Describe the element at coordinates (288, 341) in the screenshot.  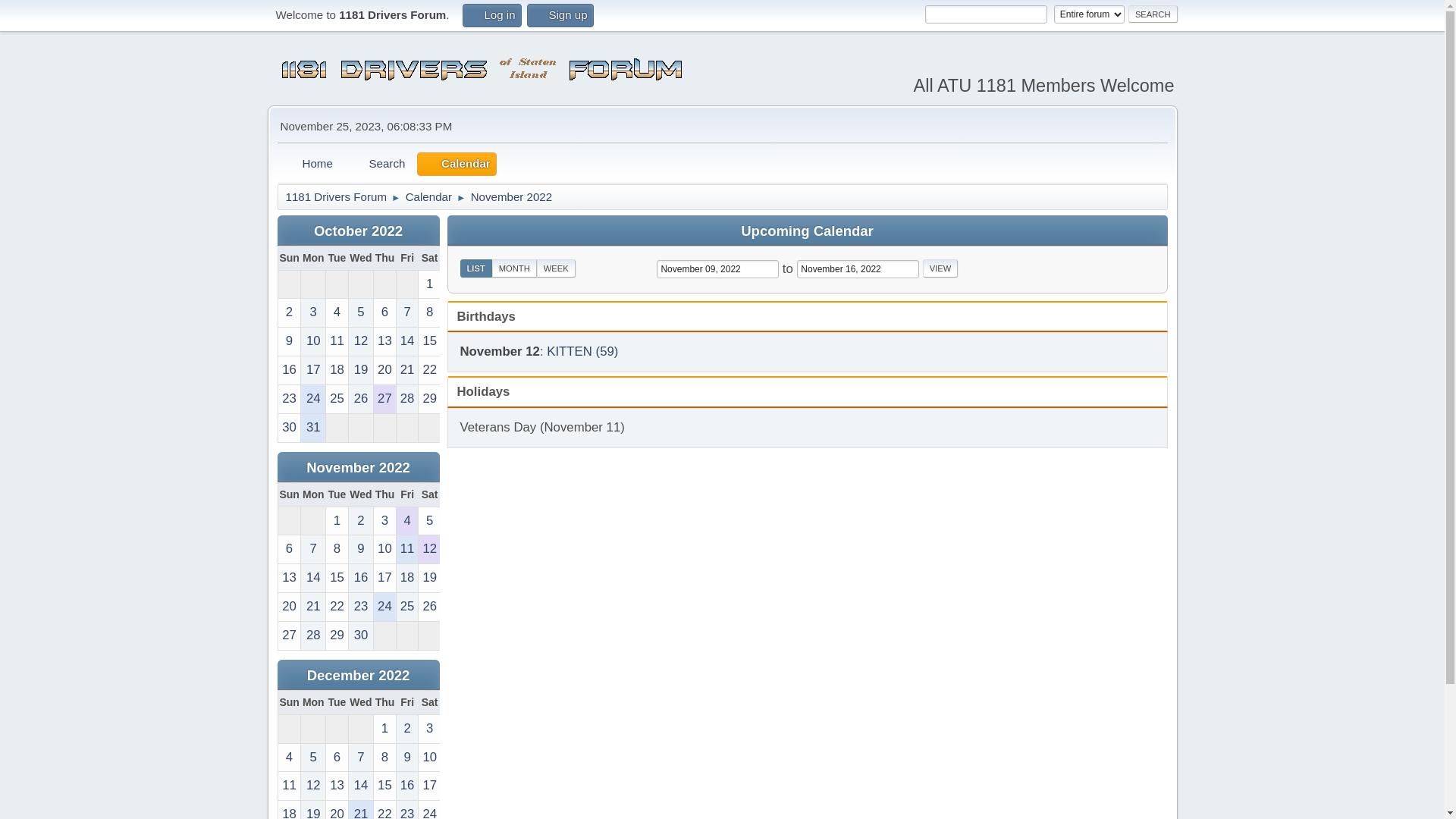
I see `'9'` at that location.